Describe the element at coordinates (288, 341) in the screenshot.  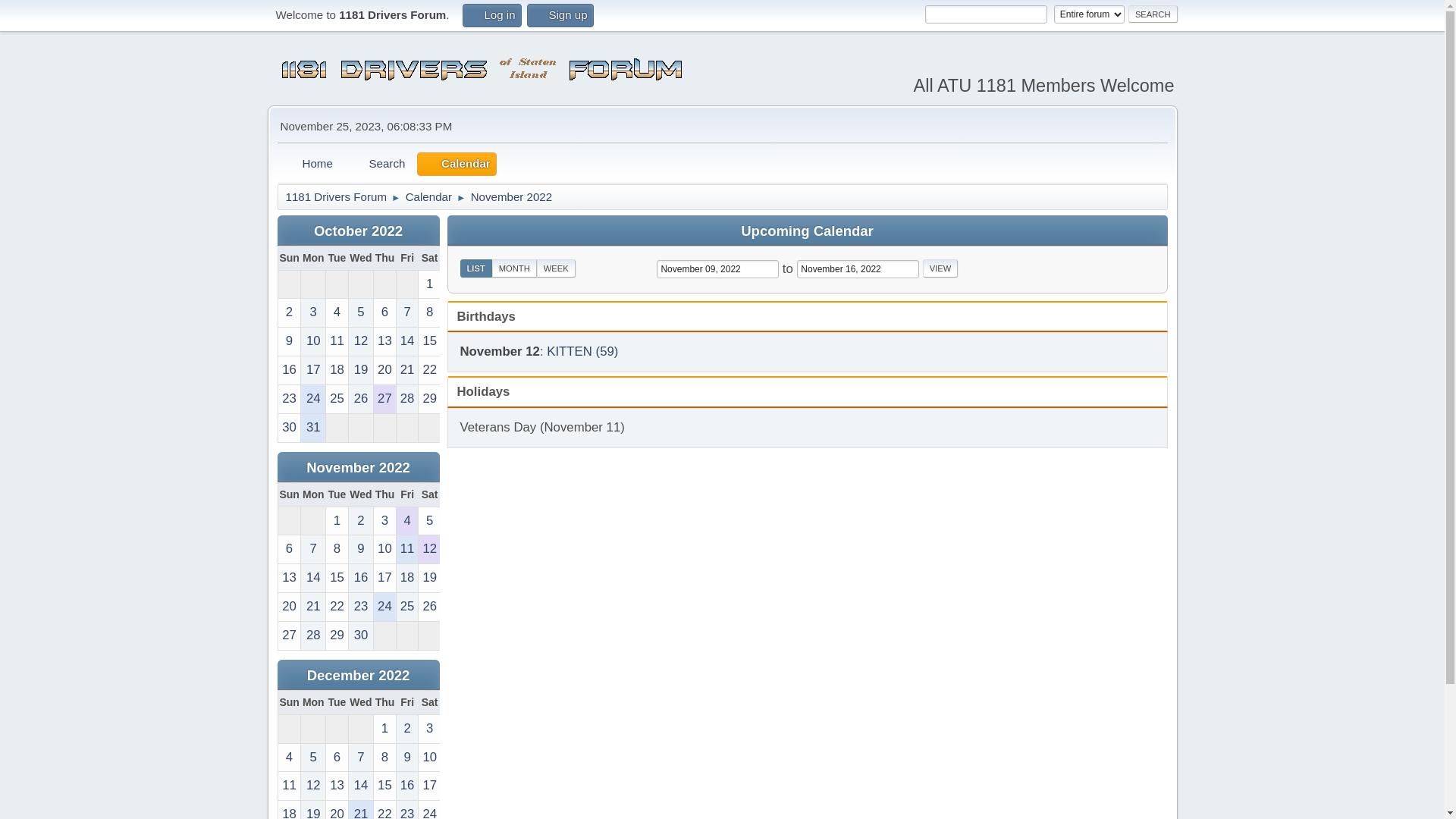
I see `'9'` at that location.